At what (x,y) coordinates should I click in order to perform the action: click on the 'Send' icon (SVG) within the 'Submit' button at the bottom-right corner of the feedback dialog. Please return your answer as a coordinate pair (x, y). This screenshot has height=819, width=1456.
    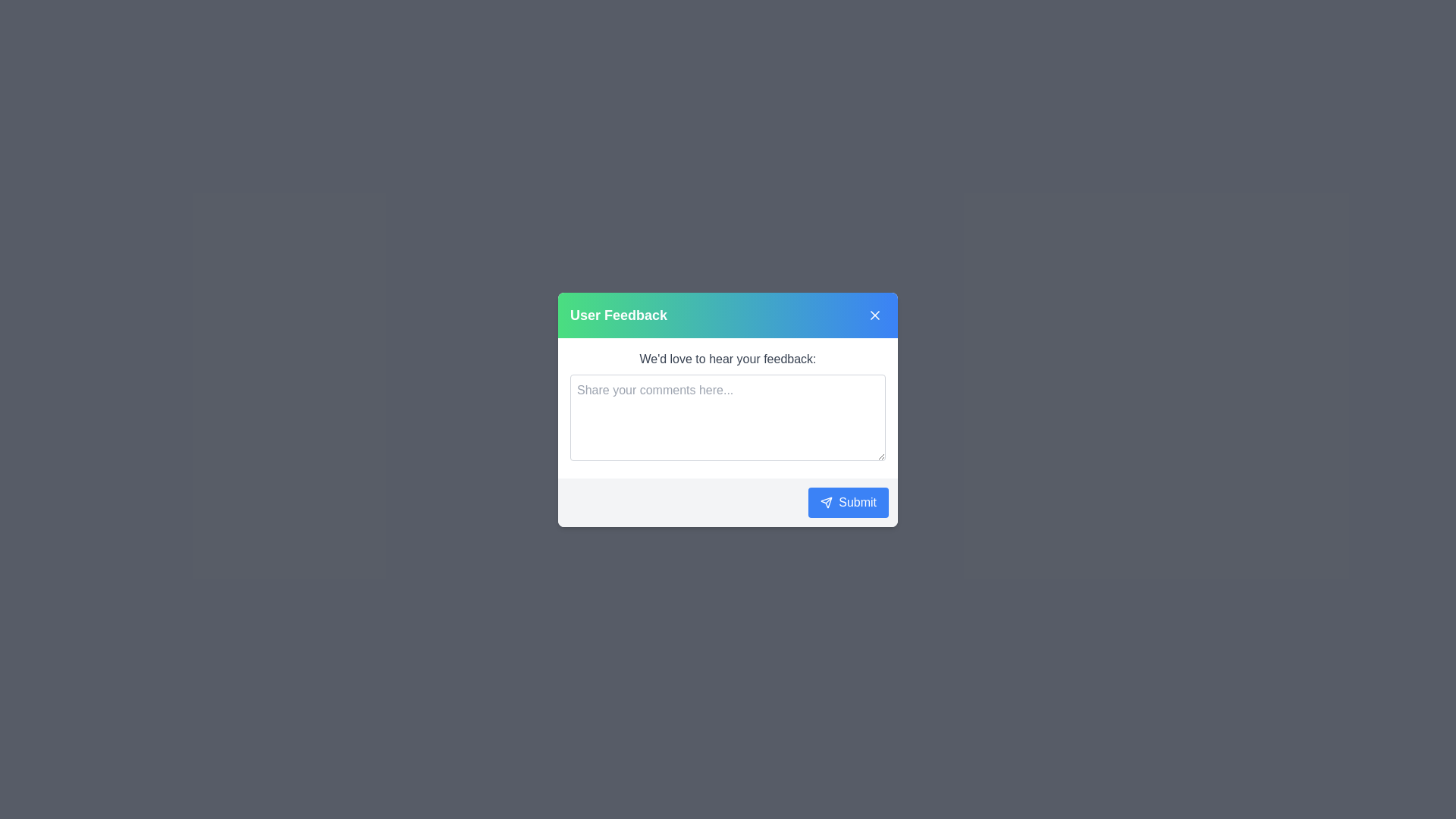
    Looking at the image, I should click on (826, 502).